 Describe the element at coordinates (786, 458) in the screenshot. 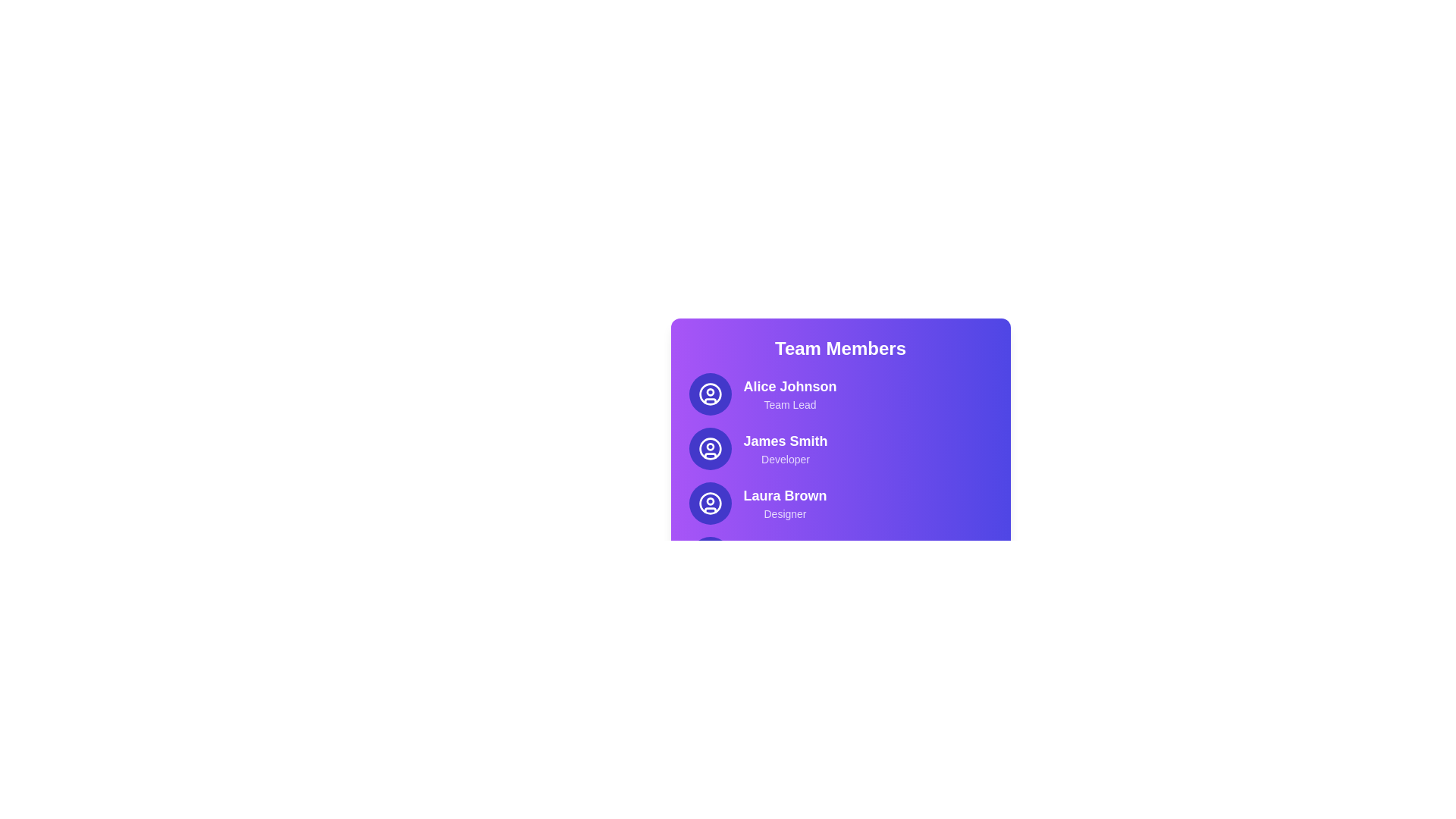

I see `the text label displaying 'Developer' which is located beneath 'James Smith' in the team member list` at that location.